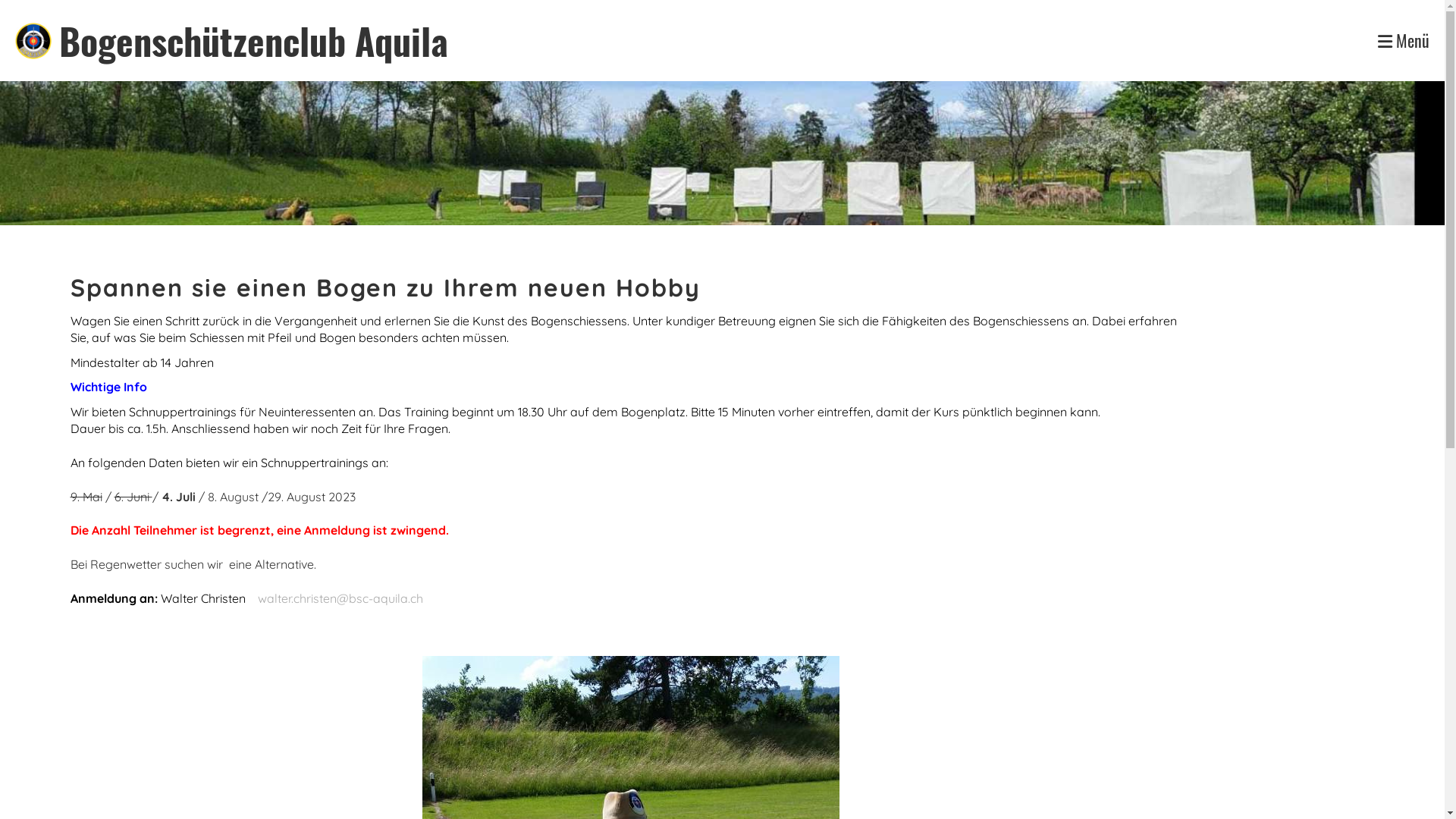 The image size is (1456, 819). Describe the element at coordinates (340, 598) in the screenshot. I see `'walter.christen@bsc-aquila.ch'` at that location.